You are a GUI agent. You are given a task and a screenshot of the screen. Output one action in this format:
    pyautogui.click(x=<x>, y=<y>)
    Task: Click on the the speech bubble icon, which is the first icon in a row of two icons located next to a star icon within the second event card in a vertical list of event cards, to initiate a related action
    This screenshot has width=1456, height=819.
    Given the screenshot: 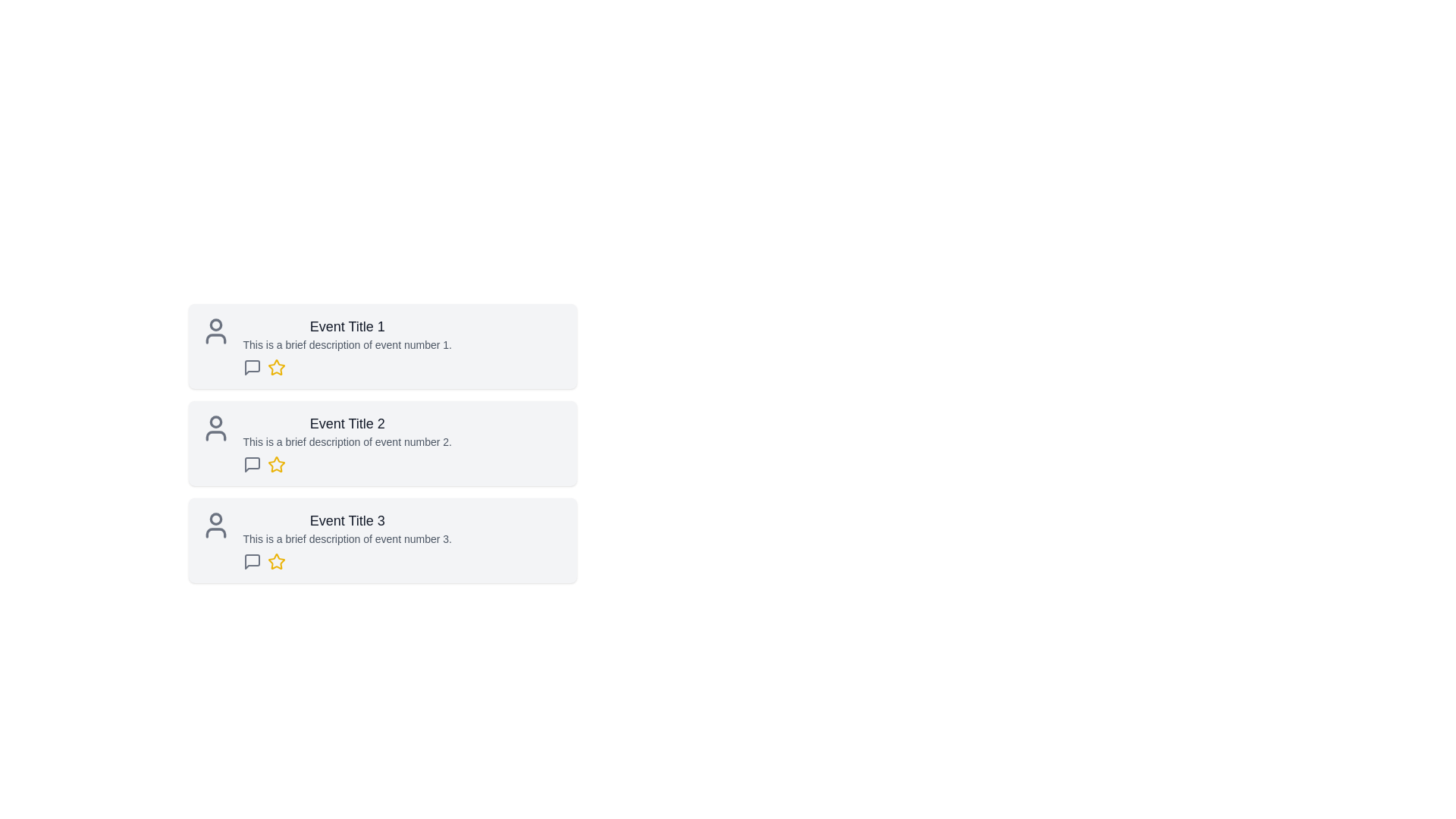 What is the action you would take?
    pyautogui.click(x=252, y=464)
    